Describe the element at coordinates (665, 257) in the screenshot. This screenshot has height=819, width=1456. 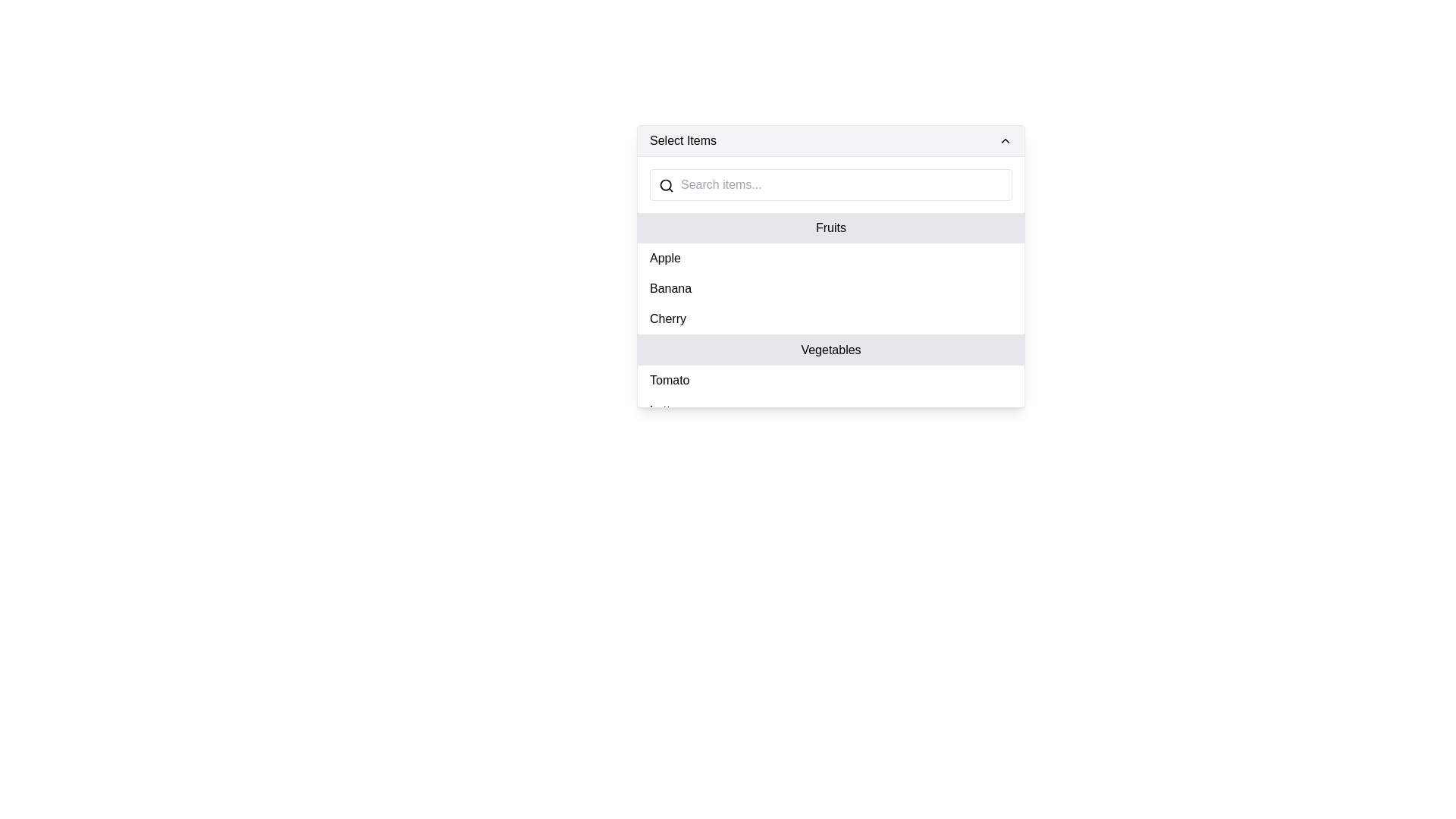
I see `the selectable list item labeled 'Apple'` at that location.